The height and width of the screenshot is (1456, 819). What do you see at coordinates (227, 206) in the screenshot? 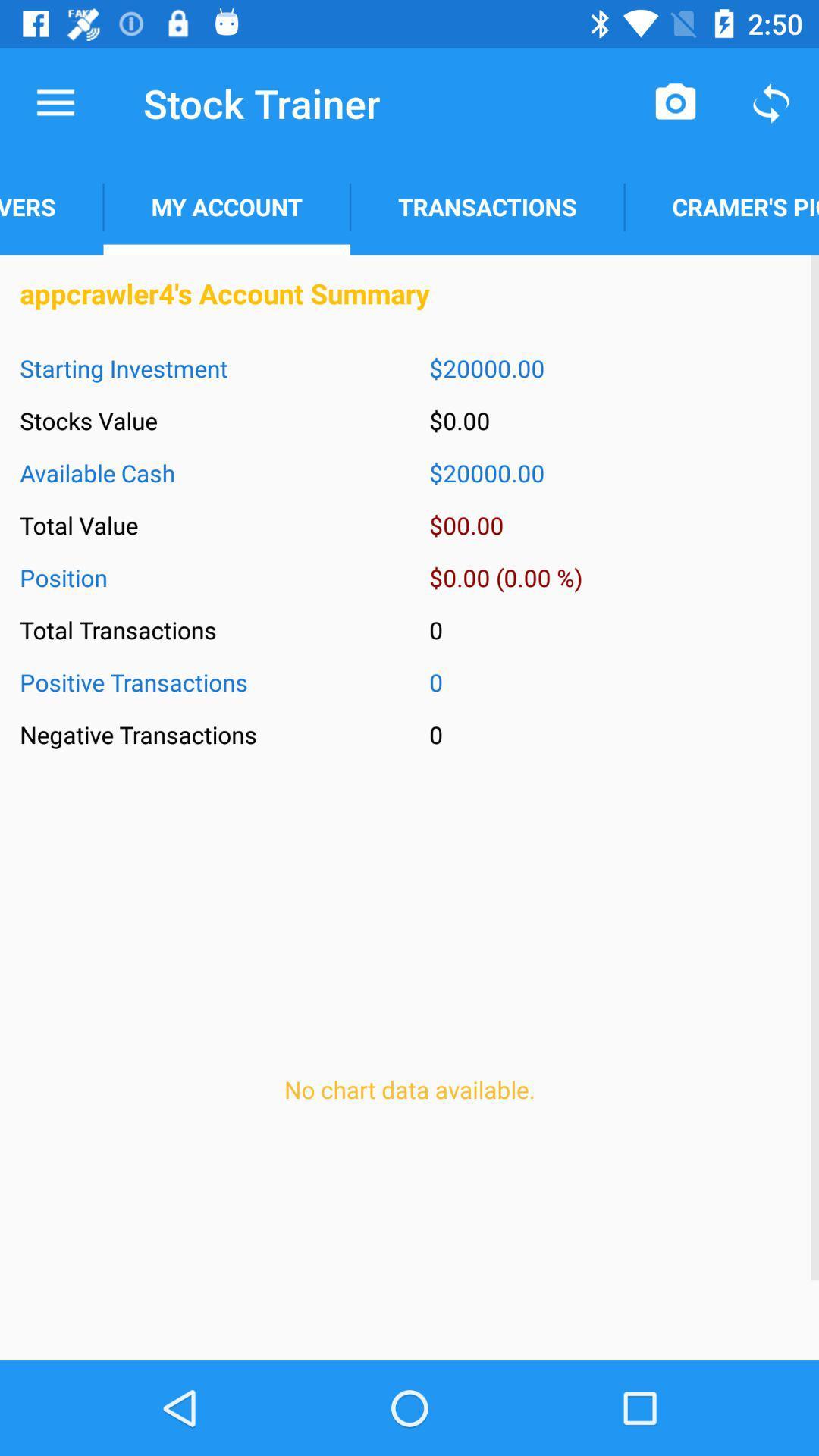
I see `the app to the right of the top movers` at bounding box center [227, 206].